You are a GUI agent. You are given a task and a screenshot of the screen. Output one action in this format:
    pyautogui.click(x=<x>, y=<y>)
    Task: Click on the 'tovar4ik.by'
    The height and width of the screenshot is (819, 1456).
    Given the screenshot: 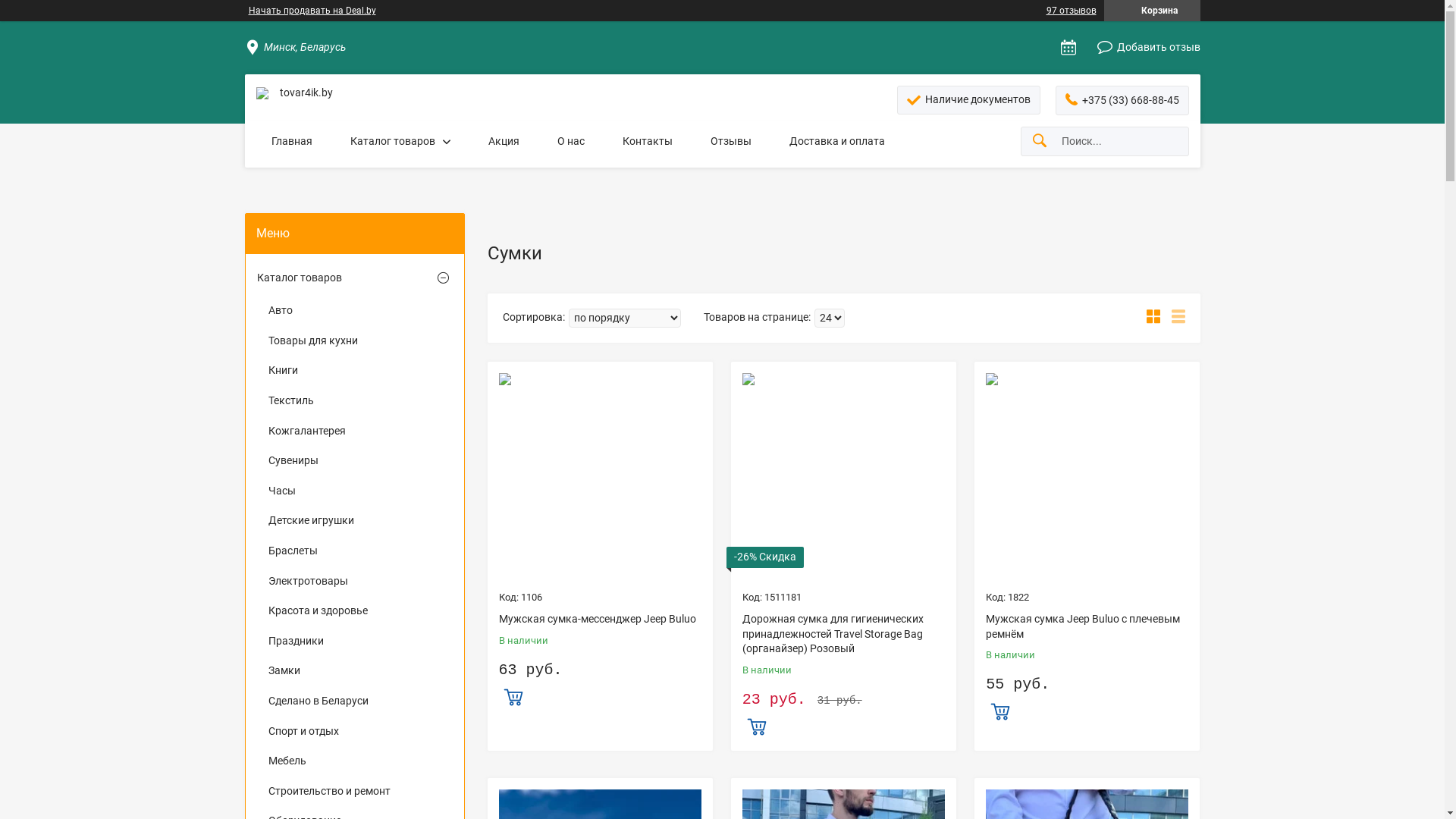 What is the action you would take?
    pyautogui.click(x=262, y=93)
    